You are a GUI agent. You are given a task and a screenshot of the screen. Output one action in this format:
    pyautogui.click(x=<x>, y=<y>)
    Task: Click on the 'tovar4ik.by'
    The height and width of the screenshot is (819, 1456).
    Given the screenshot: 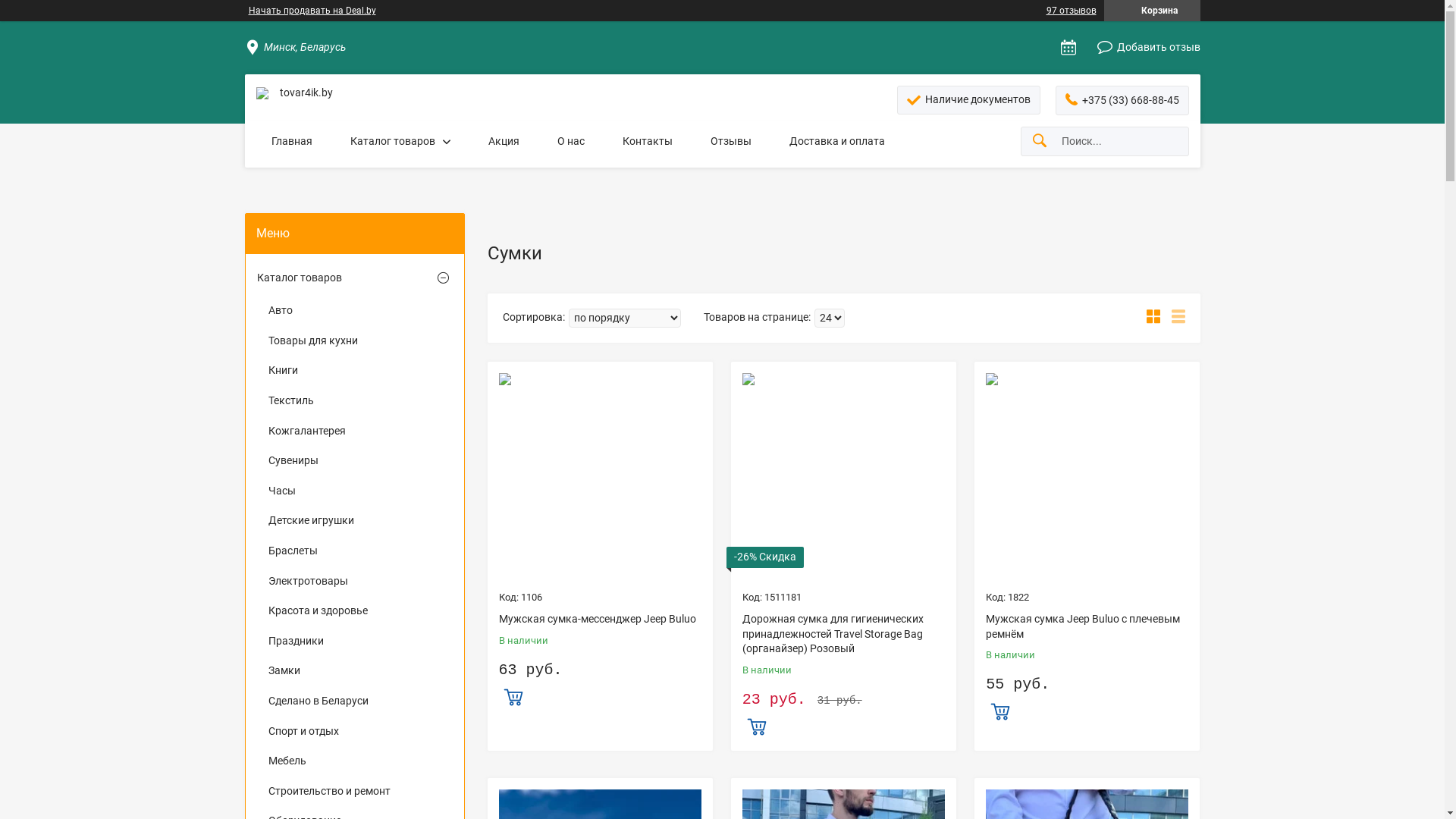 What is the action you would take?
    pyautogui.click(x=262, y=93)
    